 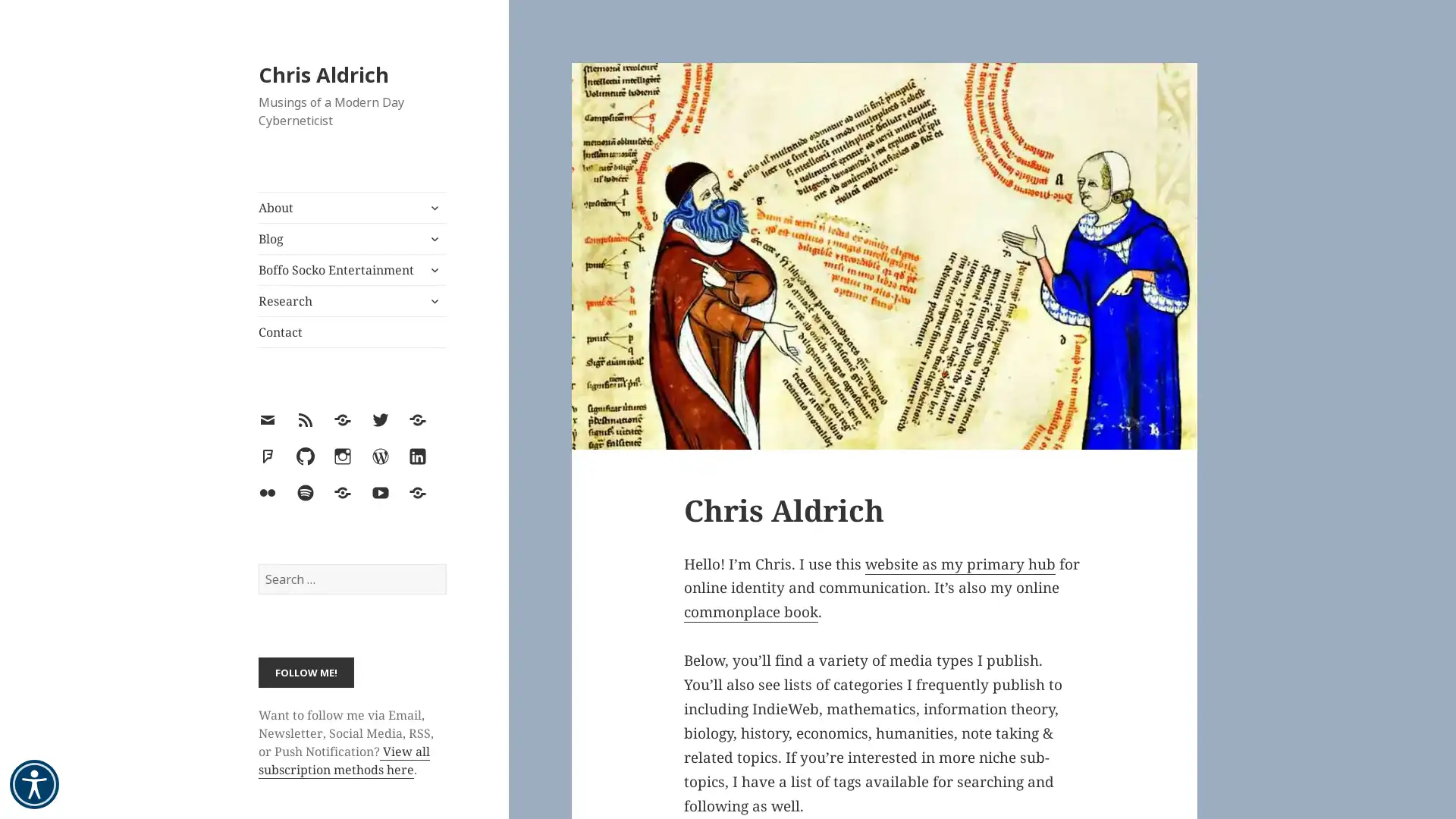 I want to click on Accessibility Menu, so click(x=34, y=784).